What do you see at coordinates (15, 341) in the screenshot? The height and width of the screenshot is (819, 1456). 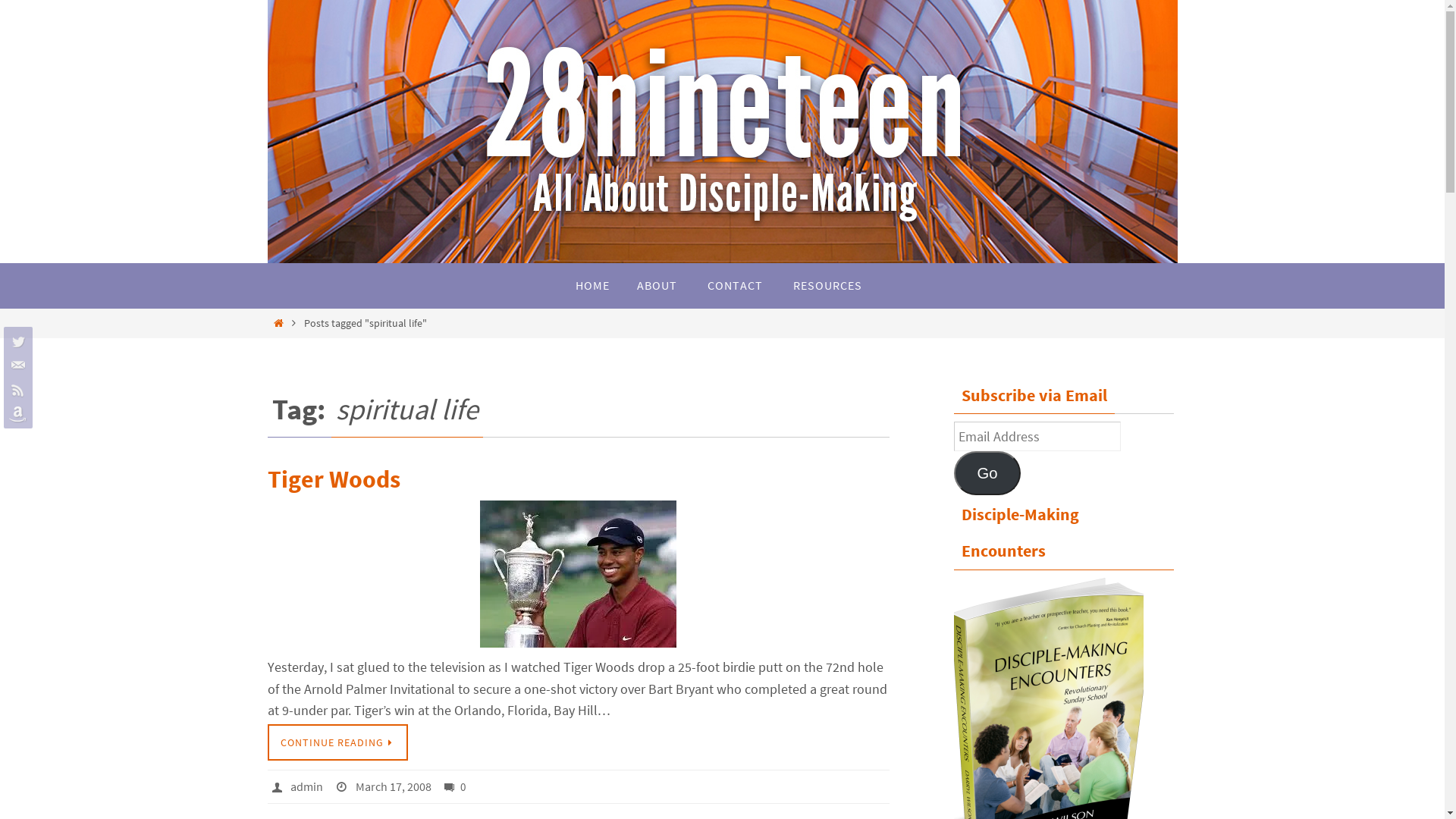 I see `'Follow me on Twitter'` at bounding box center [15, 341].